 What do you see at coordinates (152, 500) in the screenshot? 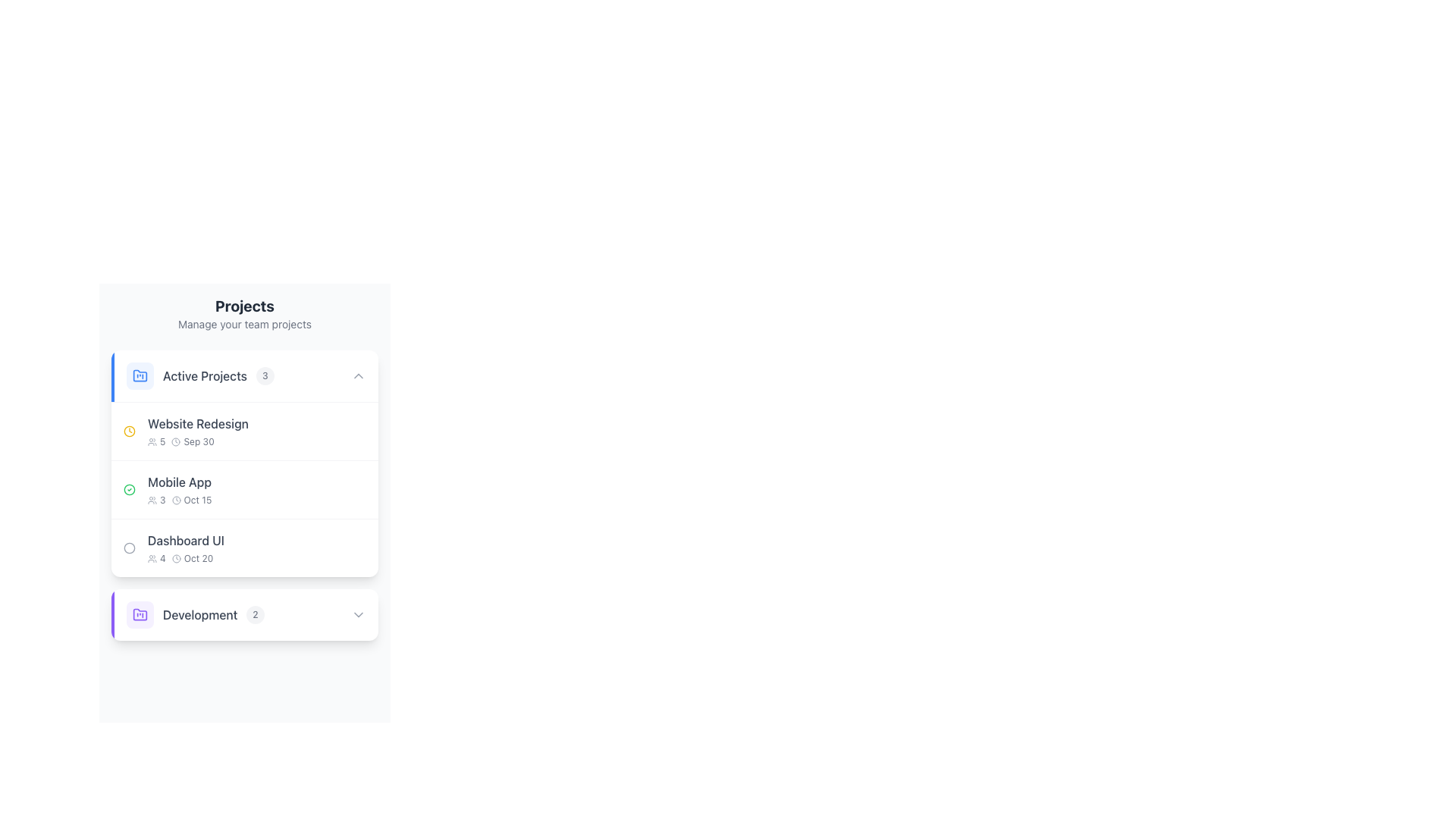
I see `the group of people icon, which is a minimalist SVG-based vector icon in muted gray, located to the left of the number '3' in the 'Active Projects' section` at bounding box center [152, 500].